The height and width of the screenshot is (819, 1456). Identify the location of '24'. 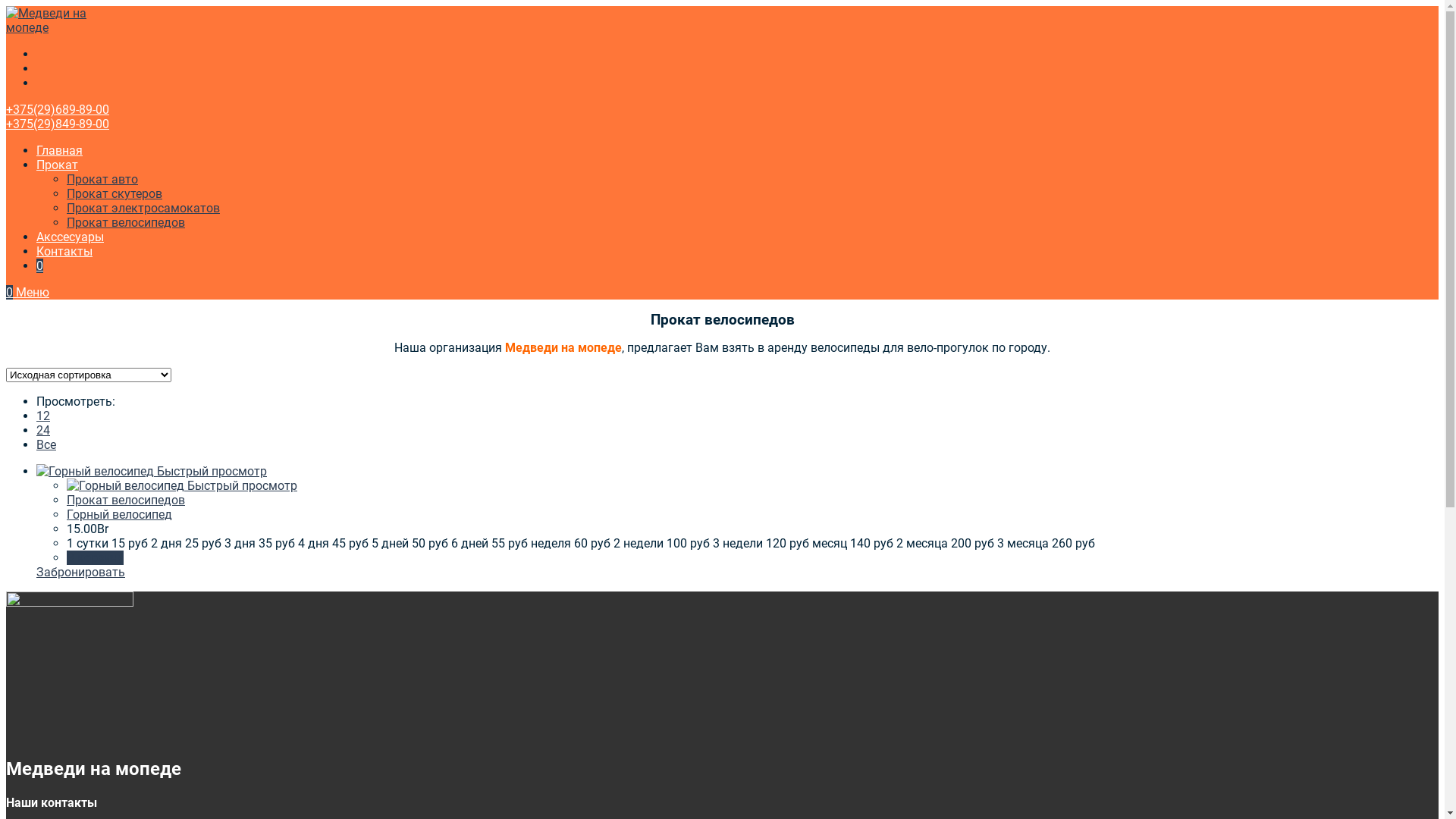
(36, 430).